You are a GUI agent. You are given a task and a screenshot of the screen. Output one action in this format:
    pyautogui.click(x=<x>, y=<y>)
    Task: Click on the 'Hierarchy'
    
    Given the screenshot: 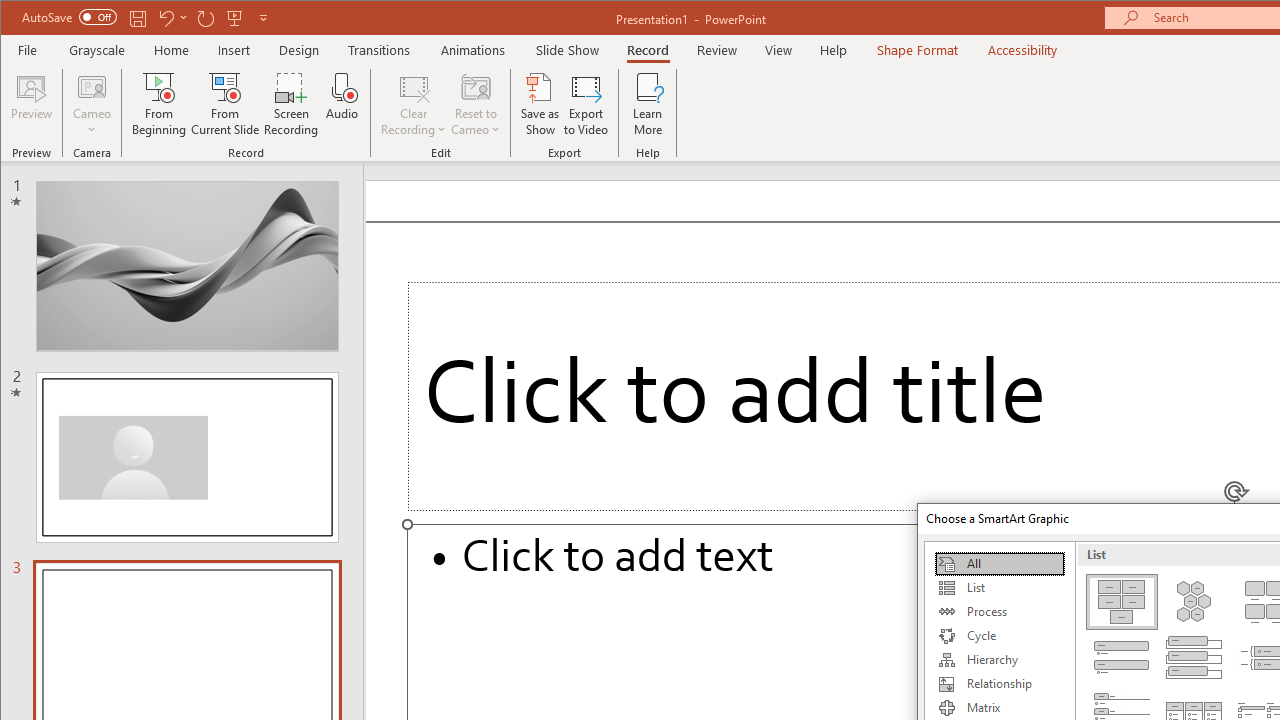 What is the action you would take?
    pyautogui.click(x=999, y=659)
    